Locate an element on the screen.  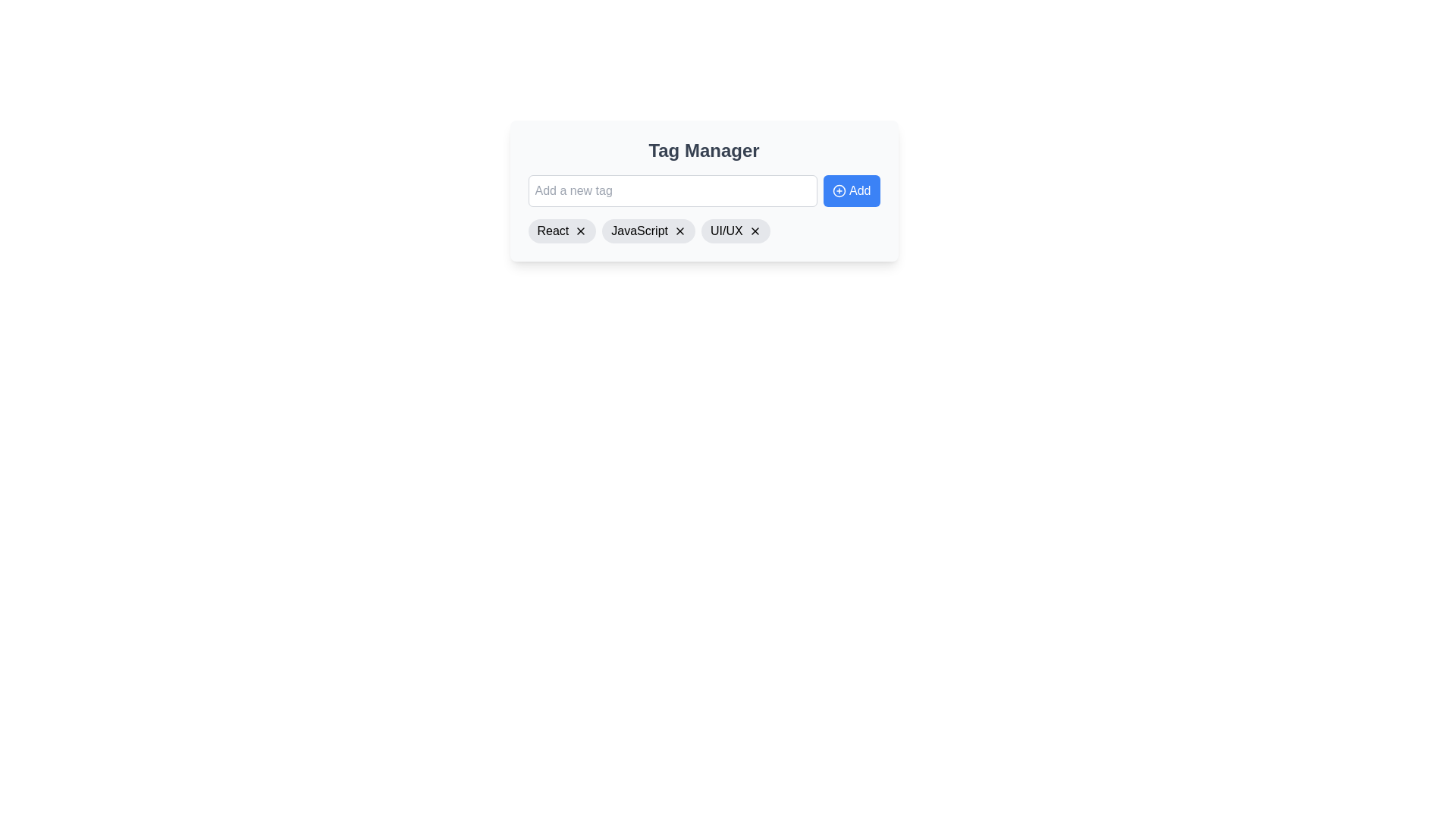
the blue rectangular button labeled 'Add' with rounded corners and a plus icon is located at coordinates (852, 190).